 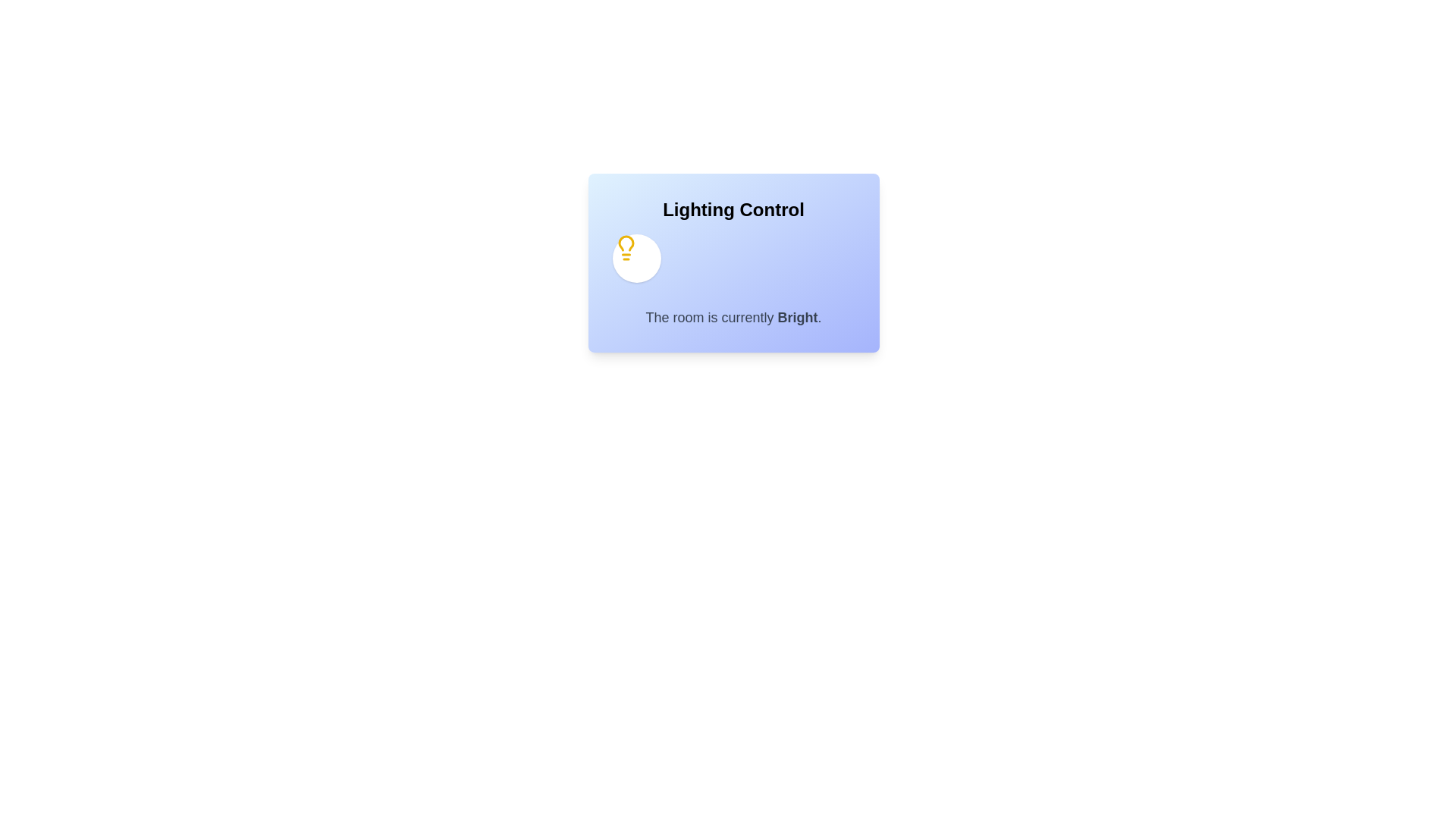 I want to click on the lightbulb icon to toggle the light, so click(x=636, y=257).